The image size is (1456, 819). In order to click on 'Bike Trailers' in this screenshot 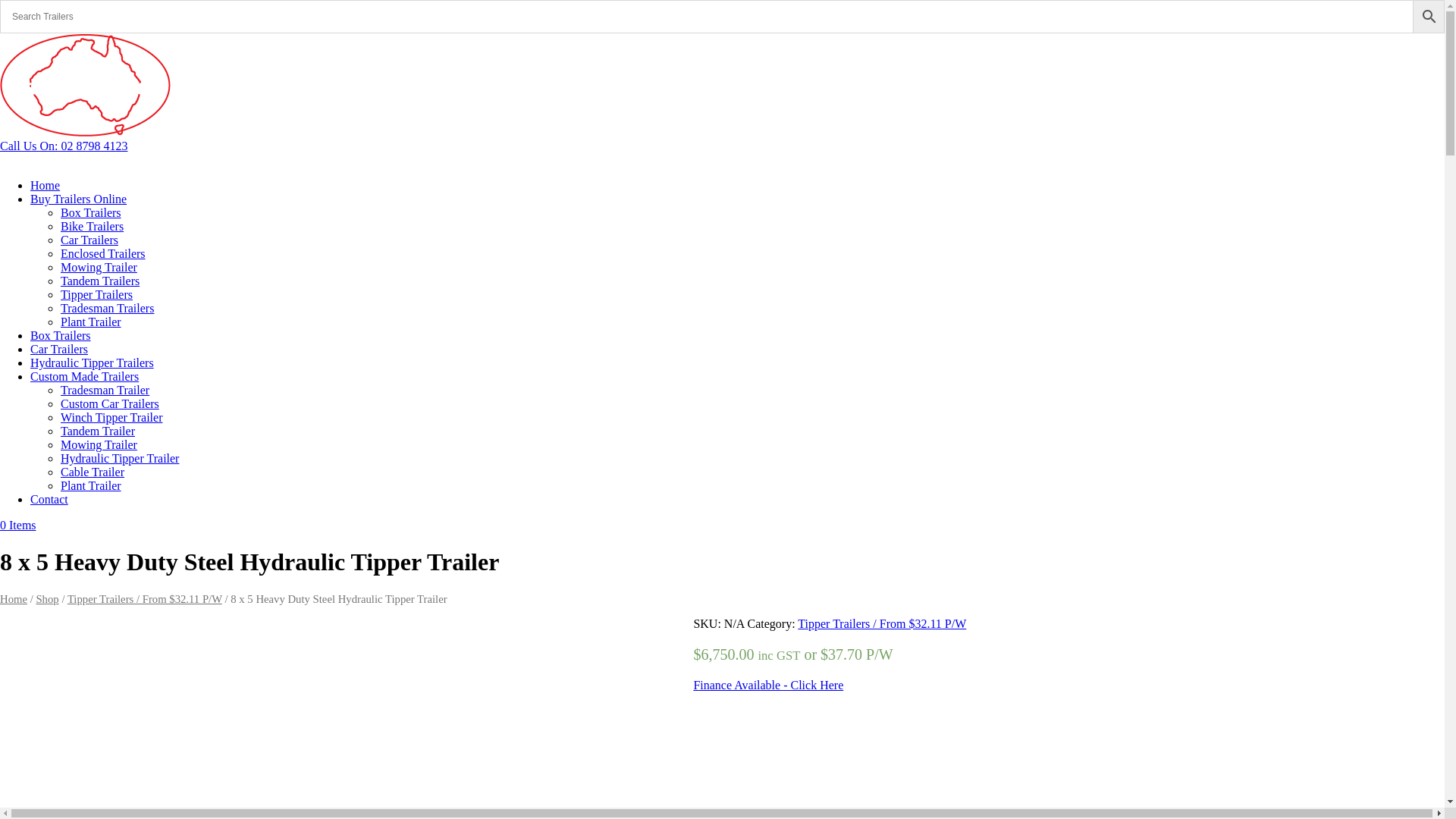, I will do `click(91, 226)`.